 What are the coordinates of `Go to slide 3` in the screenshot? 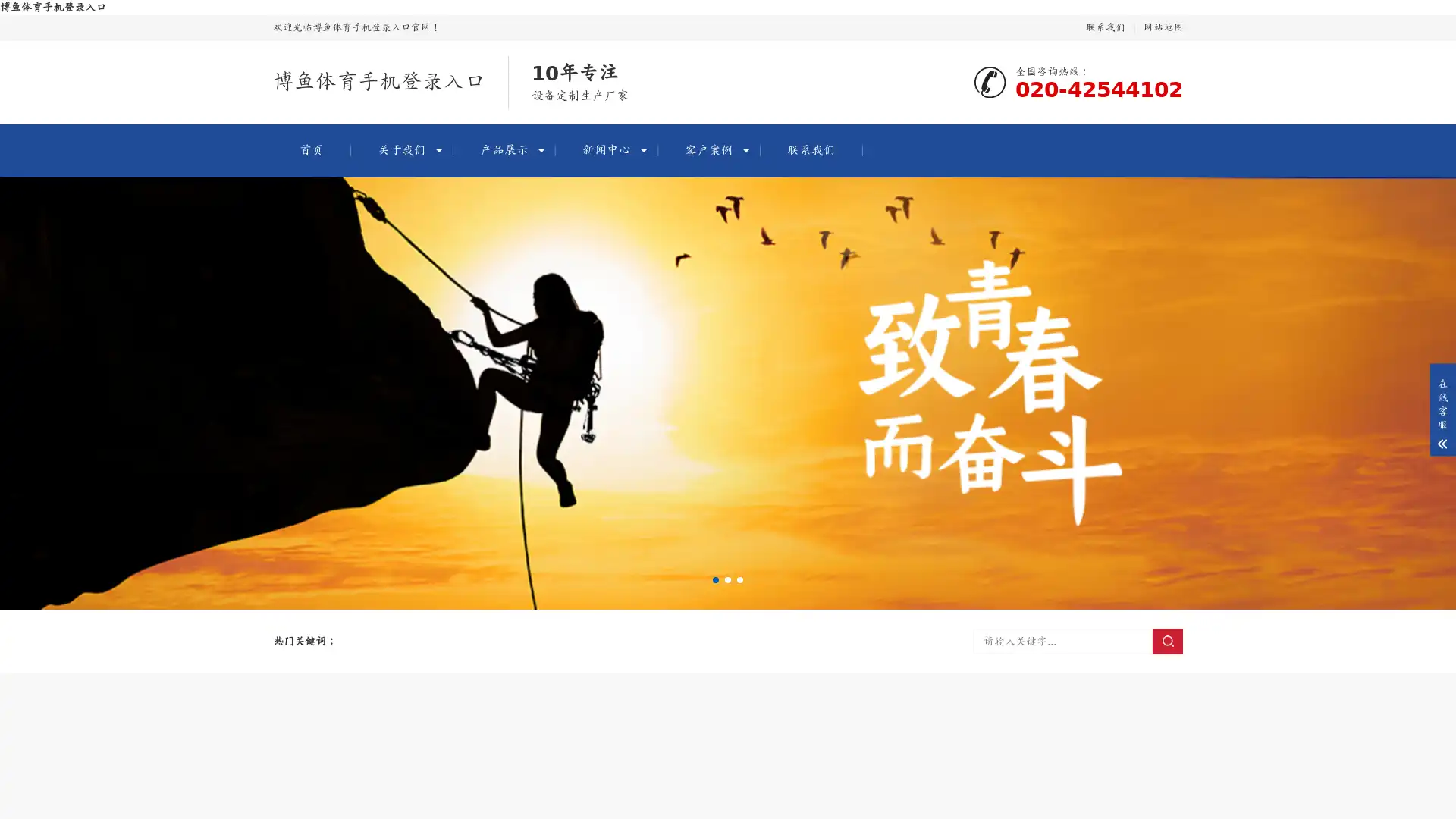 It's located at (739, 579).